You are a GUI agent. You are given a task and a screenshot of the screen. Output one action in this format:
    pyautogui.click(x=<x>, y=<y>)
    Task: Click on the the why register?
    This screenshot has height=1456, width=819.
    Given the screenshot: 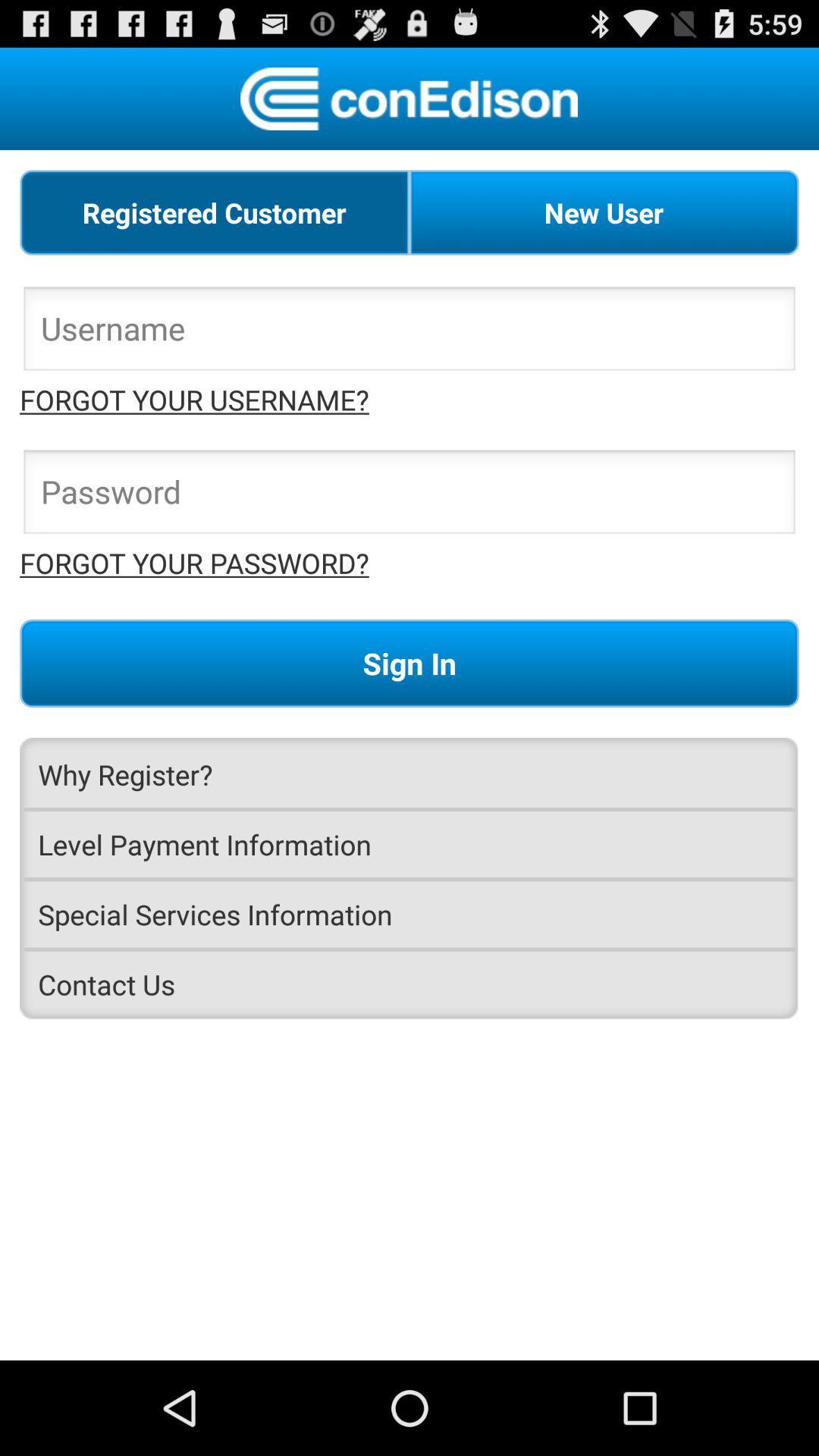 What is the action you would take?
    pyautogui.click(x=409, y=774)
    